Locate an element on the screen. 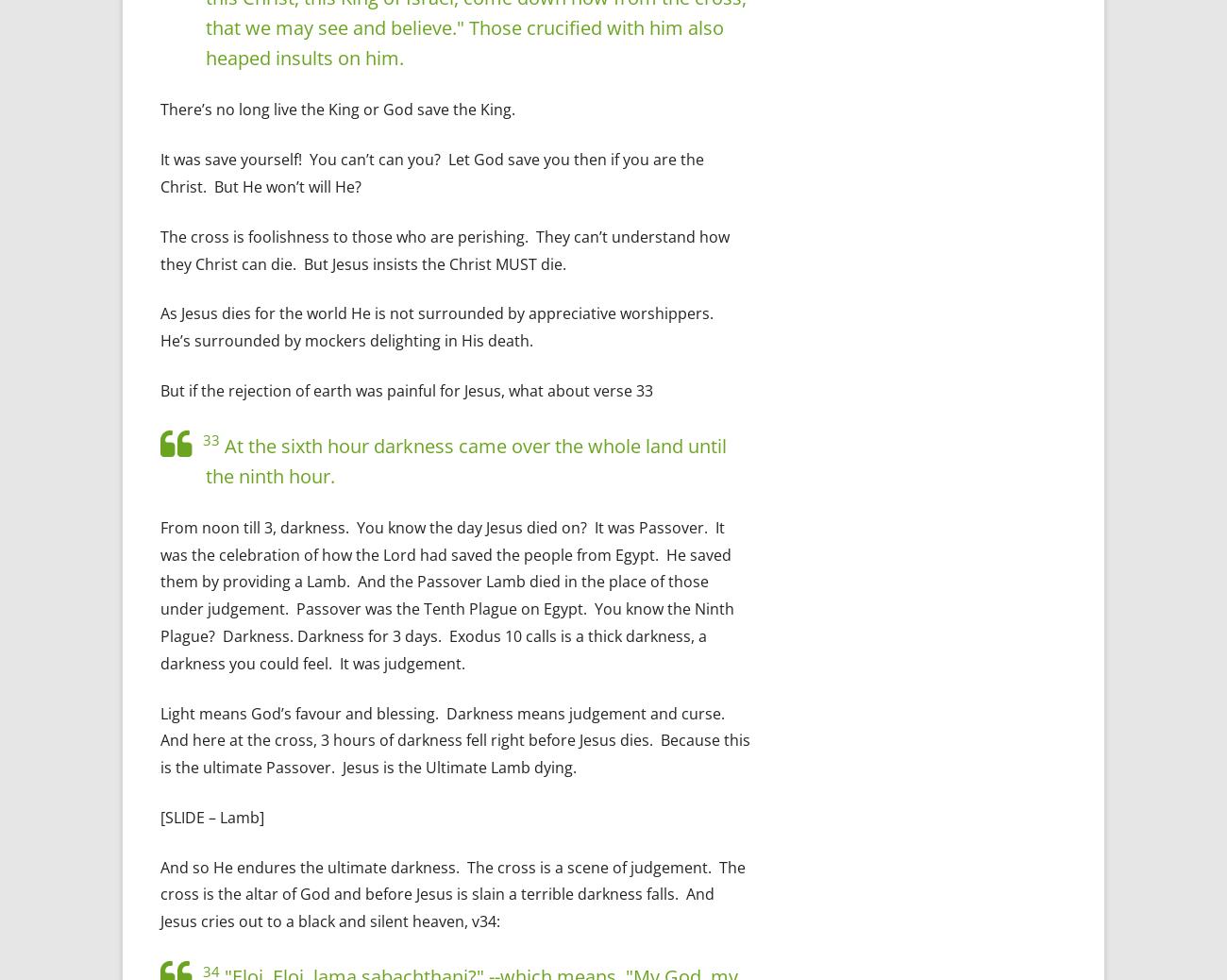  'At the sixth hour darkness came over the whole land until the ninth hour.' is located at coordinates (466, 460).